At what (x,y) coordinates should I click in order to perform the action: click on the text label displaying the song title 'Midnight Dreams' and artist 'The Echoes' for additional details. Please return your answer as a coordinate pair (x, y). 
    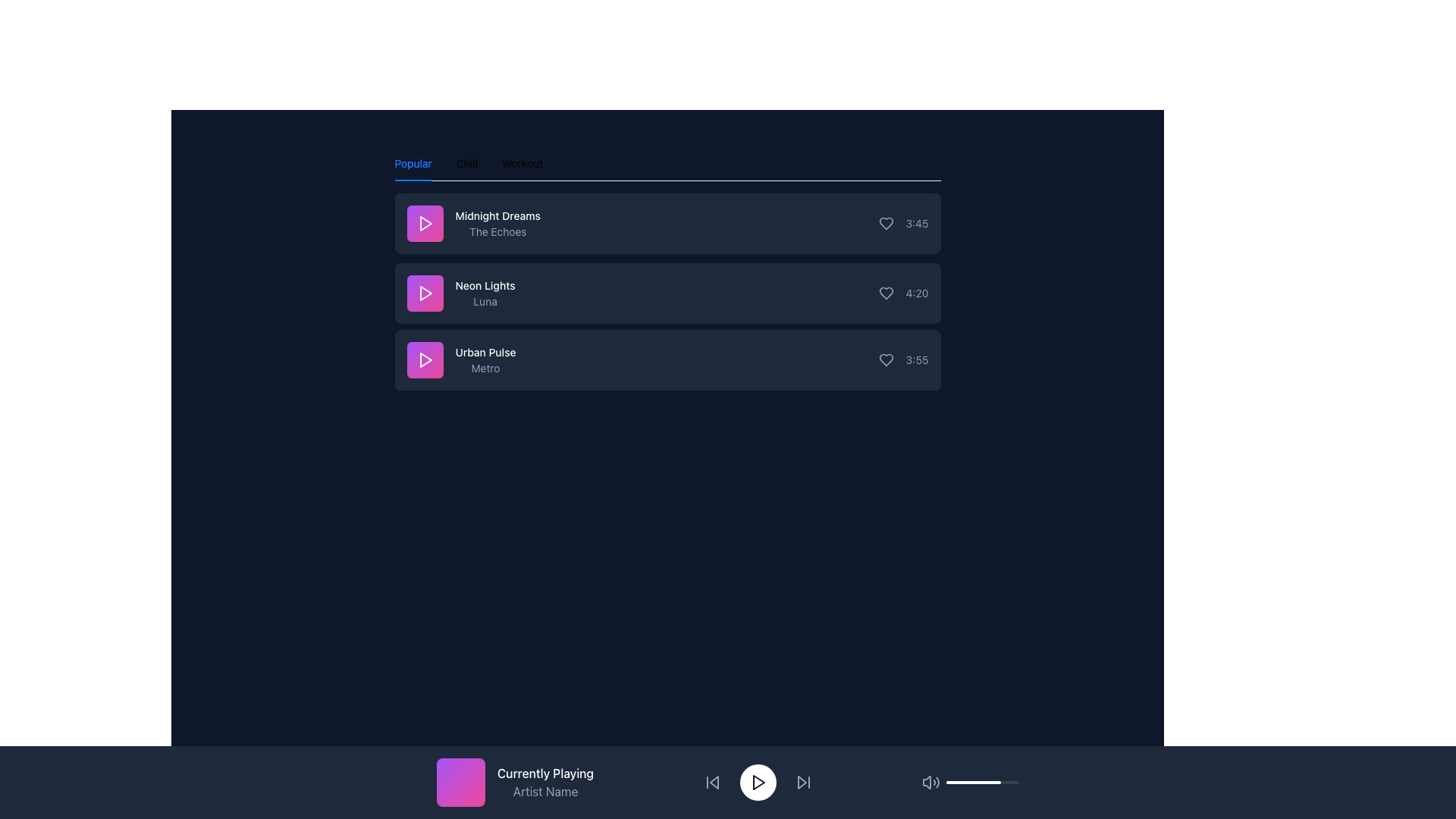
    Looking at the image, I should click on (472, 223).